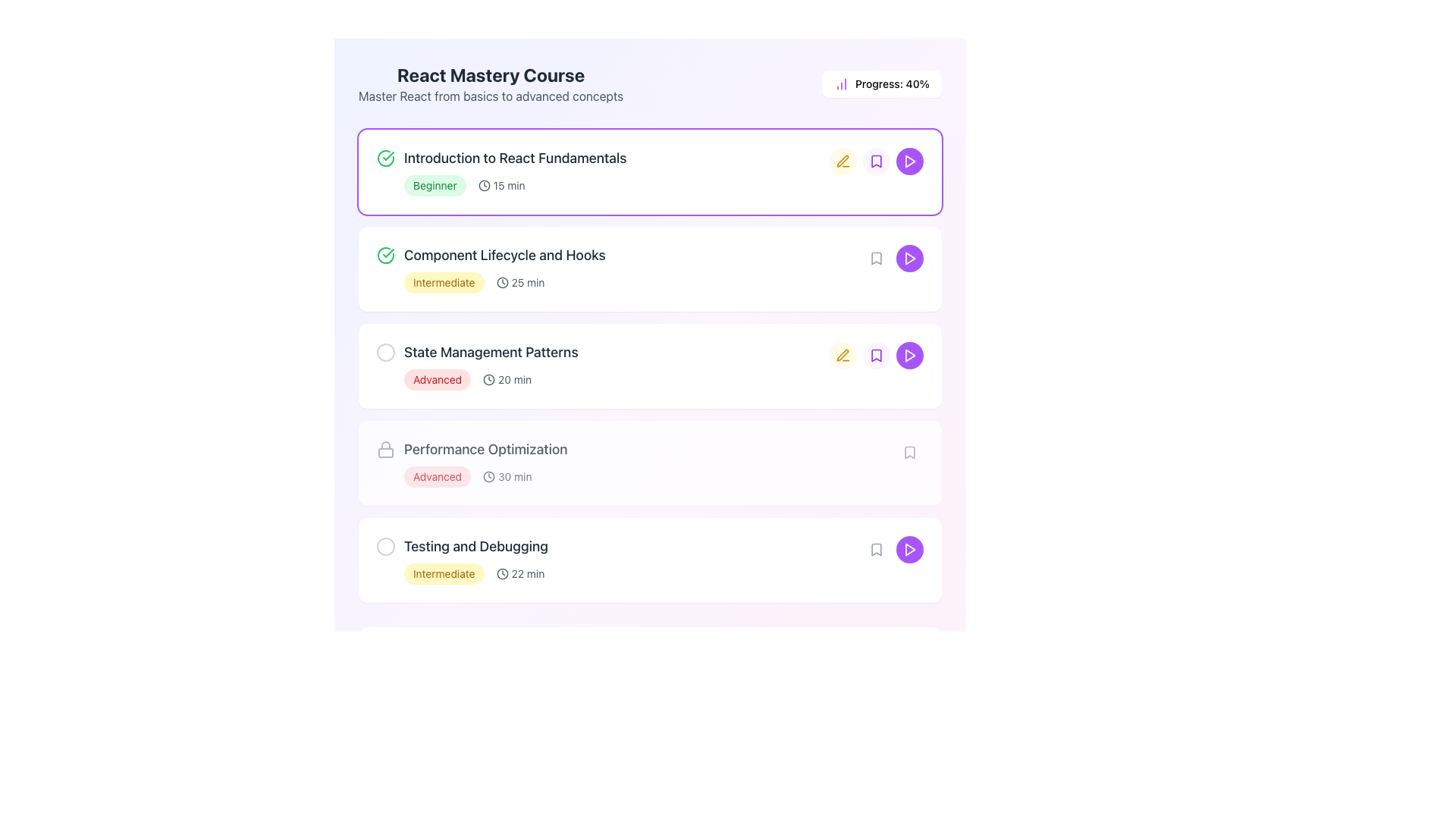  What do you see at coordinates (910, 452) in the screenshot?
I see `the Bookmark icon located in the fifth row under 'React Mastery Course' next to the play button` at bounding box center [910, 452].